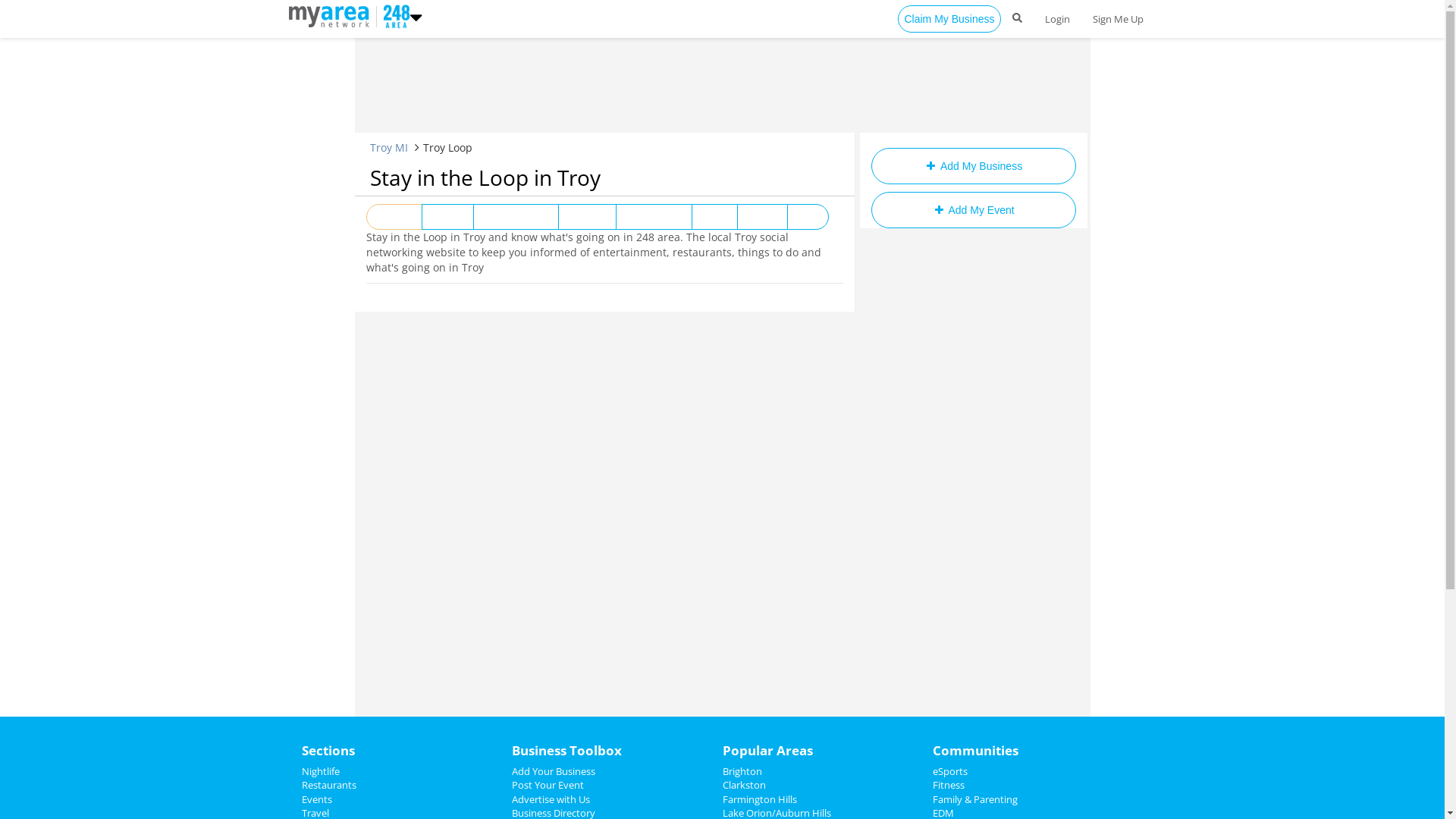  What do you see at coordinates (550, 798) in the screenshot?
I see `'Advertise with Us'` at bounding box center [550, 798].